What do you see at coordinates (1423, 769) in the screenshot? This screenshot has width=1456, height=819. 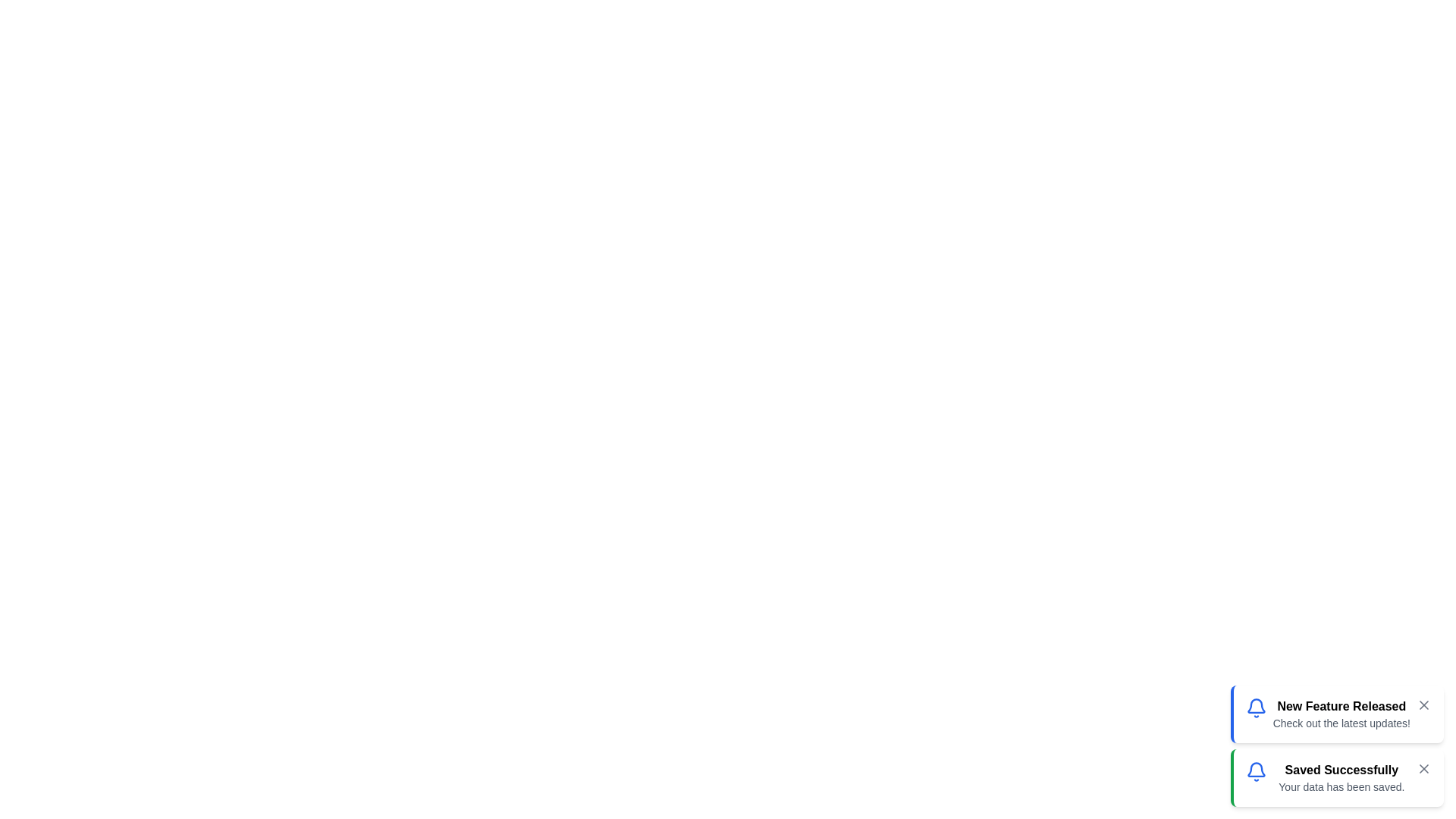 I see `the Close Icon (a diagonal cross) within the 'Saved Successfully' notification box` at bounding box center [1423, 769].